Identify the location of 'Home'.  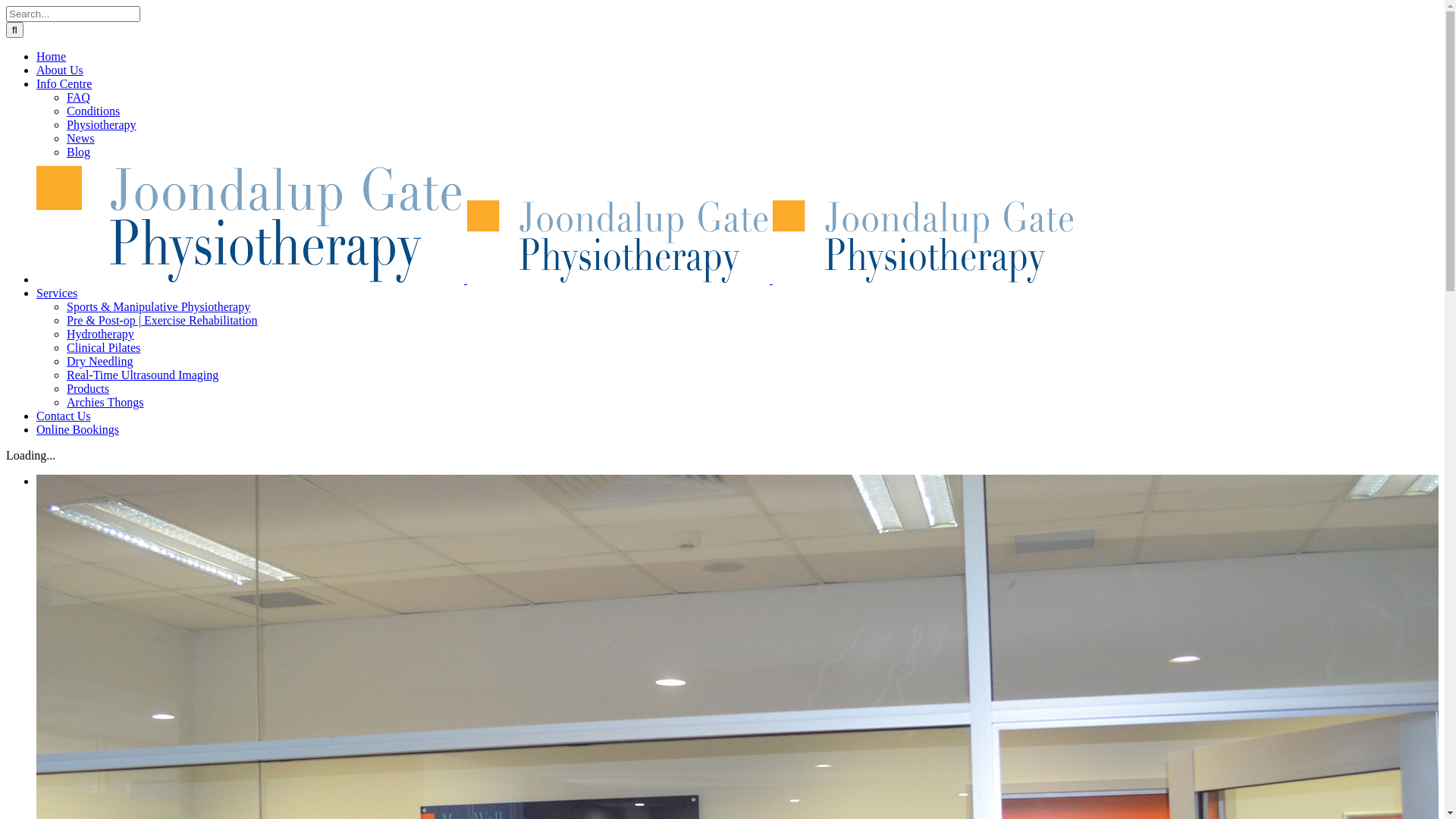
(51, 55).